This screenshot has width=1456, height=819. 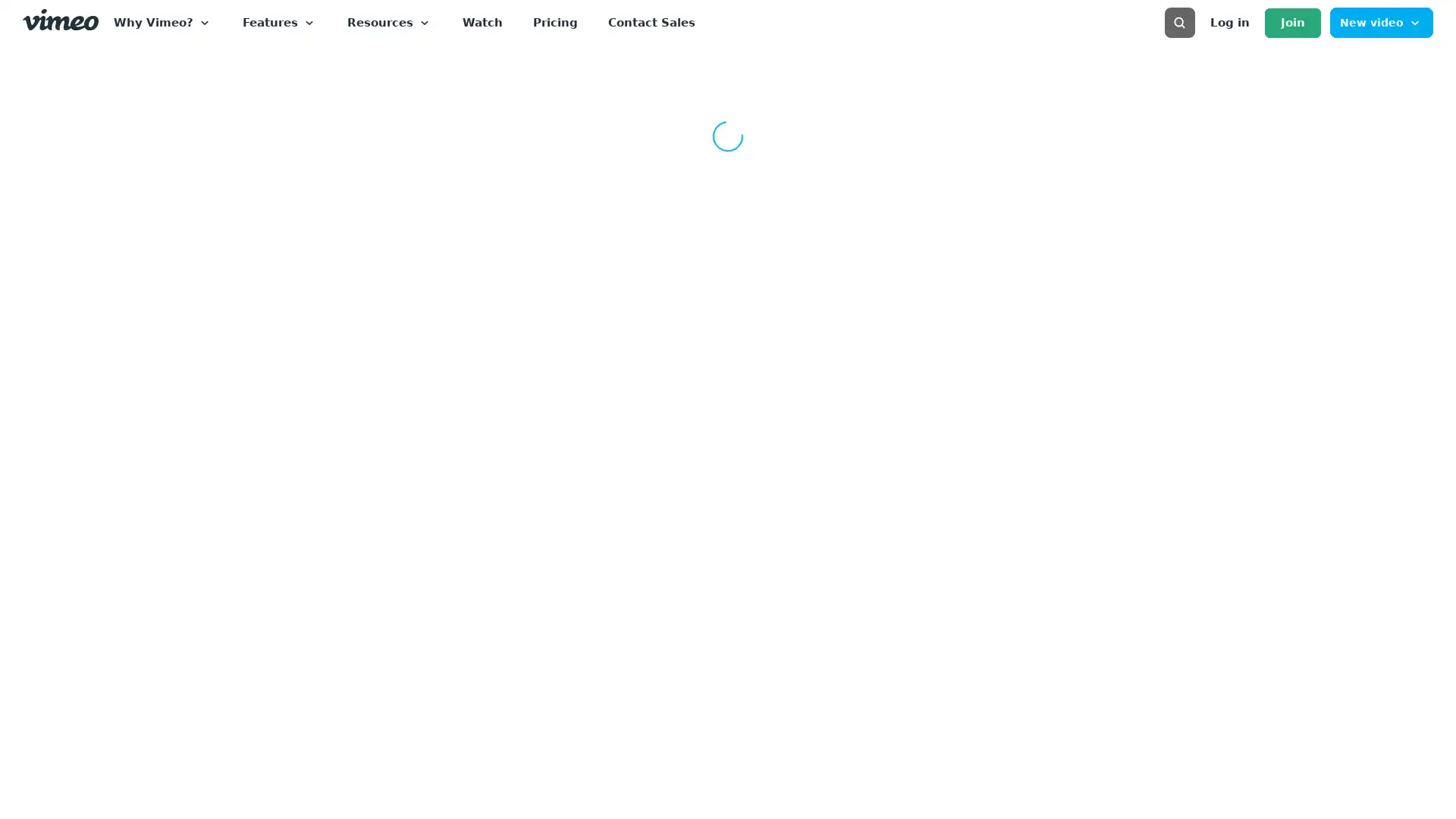 I want to click on New video, so click(x=1381, y=23).